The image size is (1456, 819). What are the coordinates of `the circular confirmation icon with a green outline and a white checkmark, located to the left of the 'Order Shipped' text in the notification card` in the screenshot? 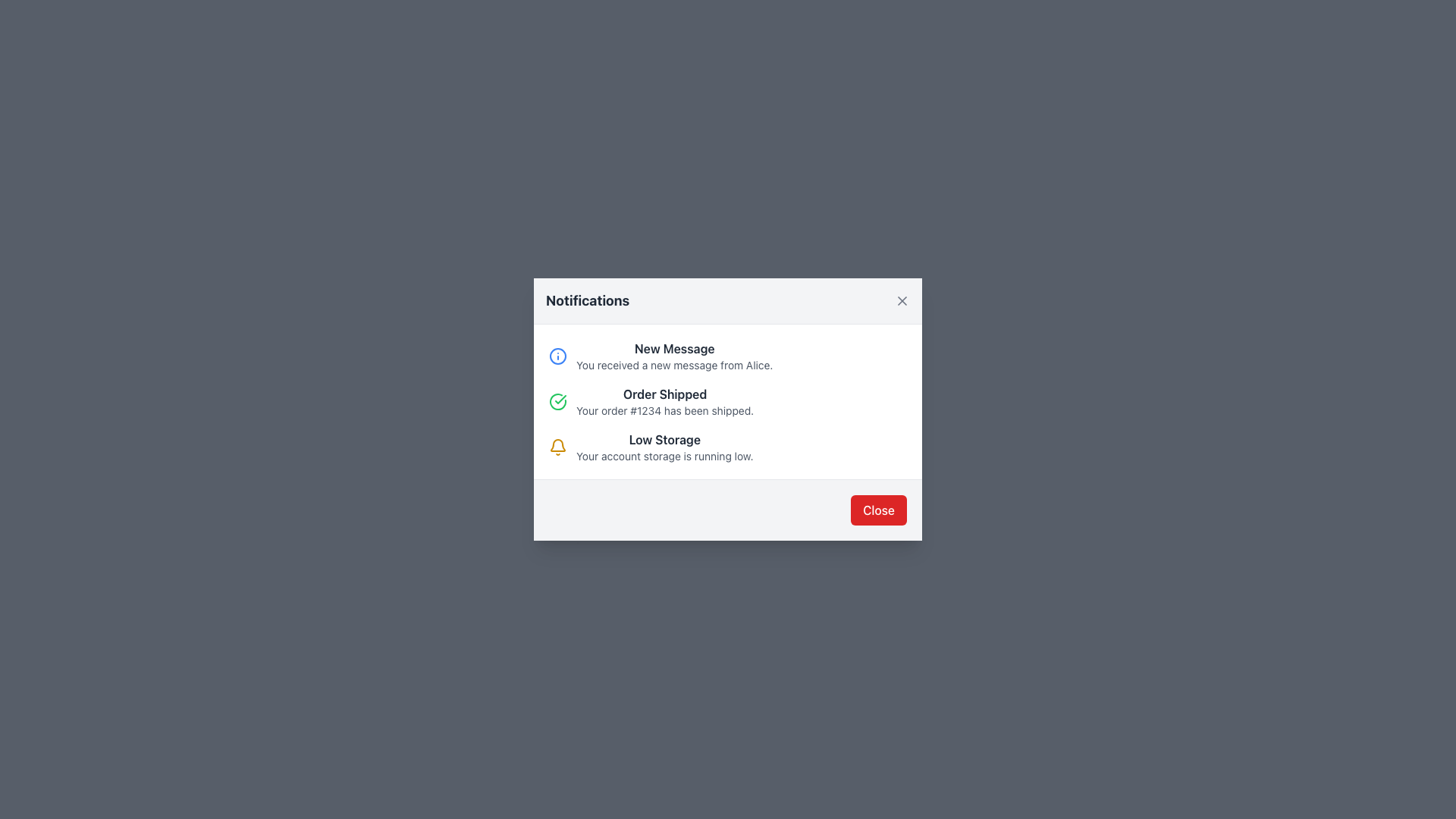 It's located at (557, 400).